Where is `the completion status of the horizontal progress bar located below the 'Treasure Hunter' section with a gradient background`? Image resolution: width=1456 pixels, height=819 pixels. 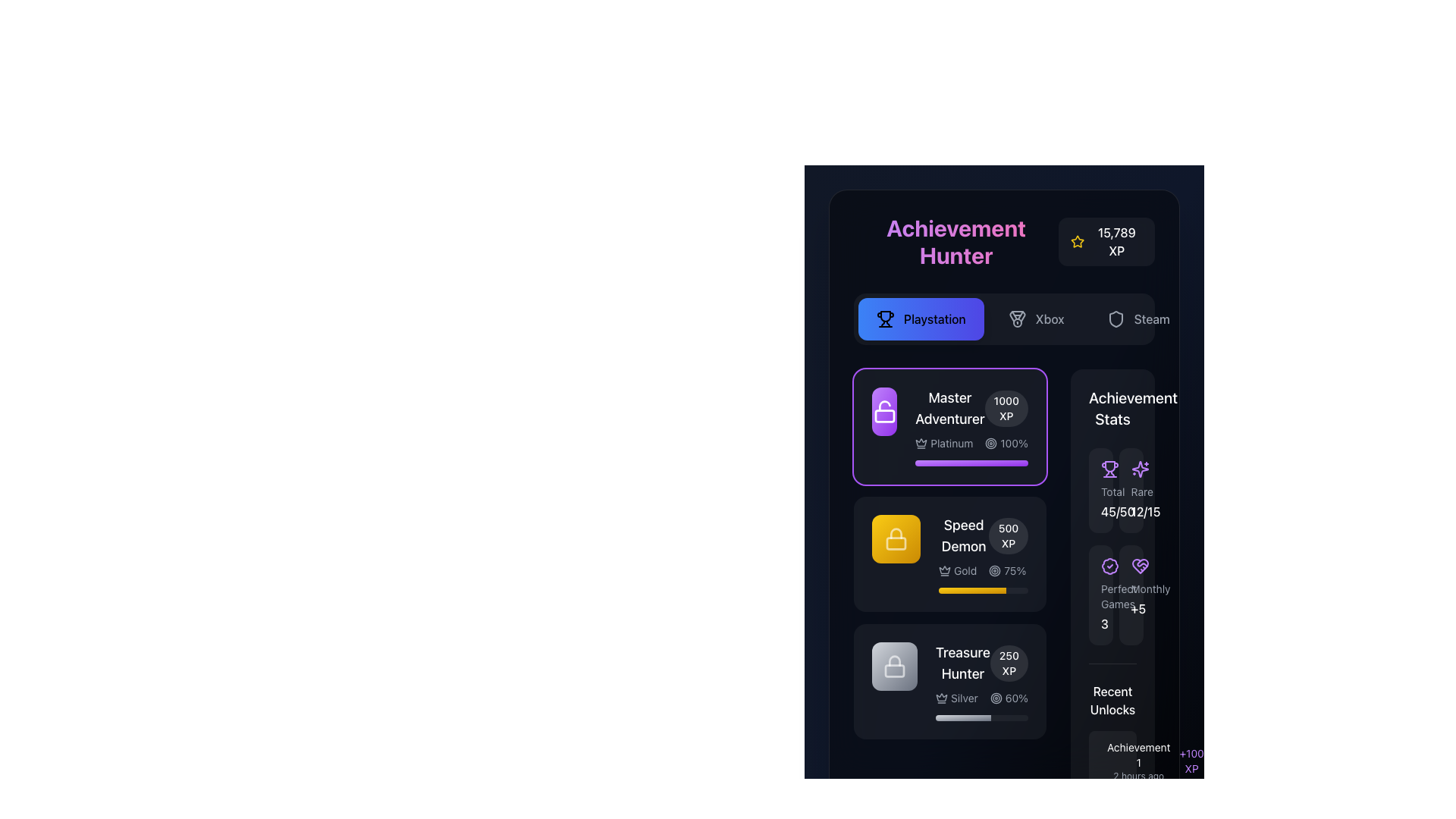
the completion status of the horizontal progress bar located below the 'Treasure Hunter' section with a gradient background is located at coordinates (962, 717).